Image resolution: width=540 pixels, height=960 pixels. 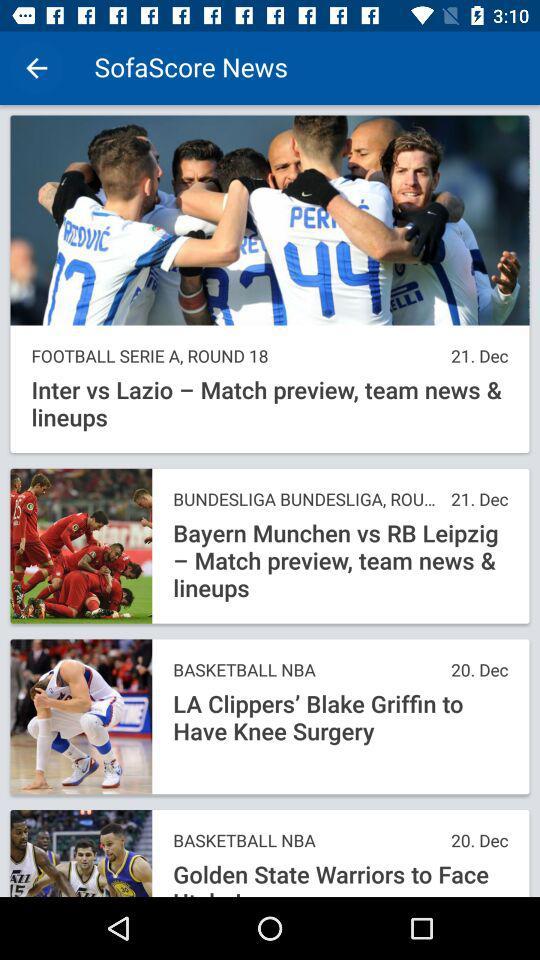 What do you see at coordinates (36, 68) in the screenshot?
I see `the icon at the top left corner` at bounding box center [36, 68].